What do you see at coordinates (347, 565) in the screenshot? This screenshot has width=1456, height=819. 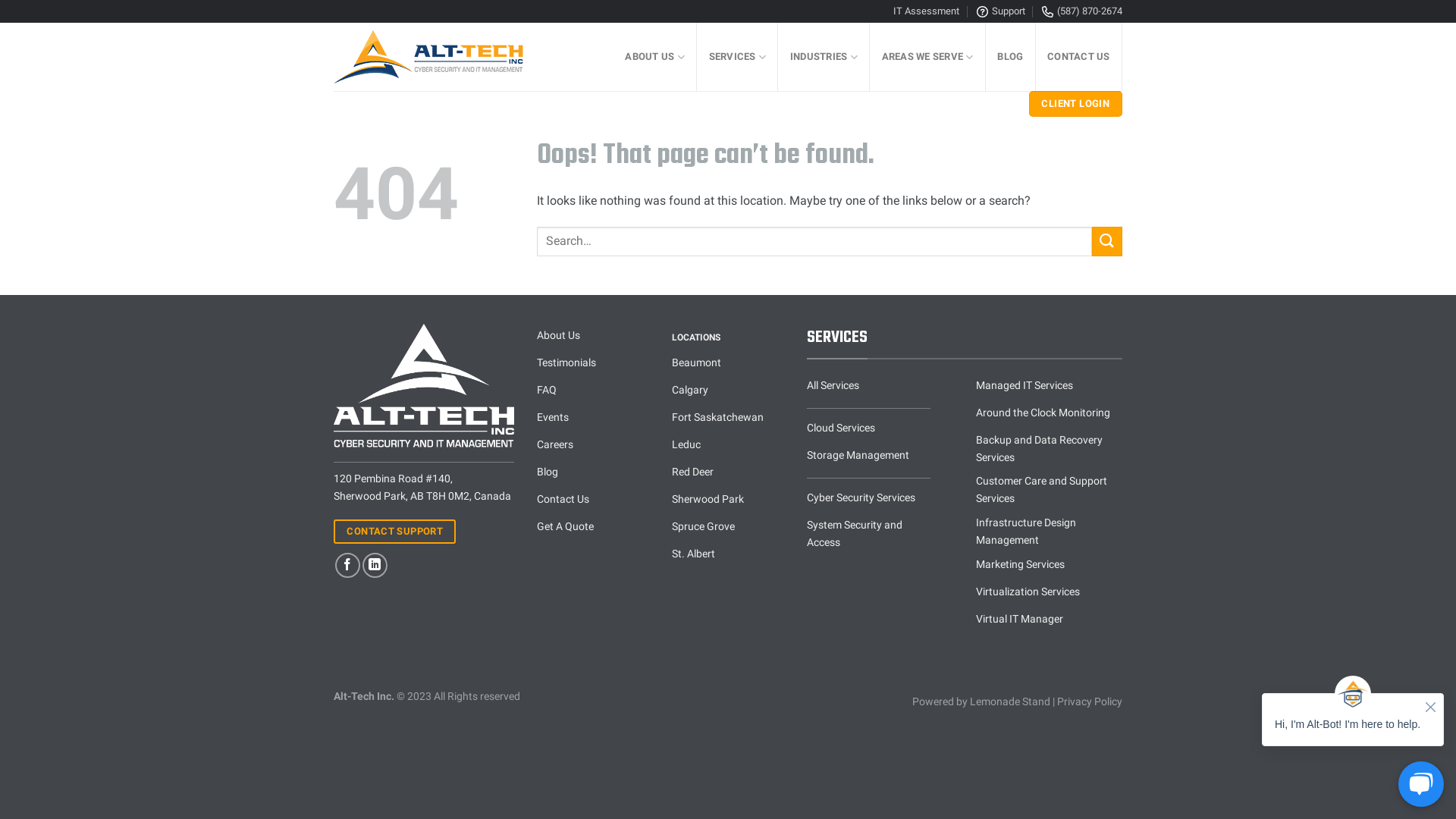 I see `'Follow on Facebook'` at bounding box center [347, 565].